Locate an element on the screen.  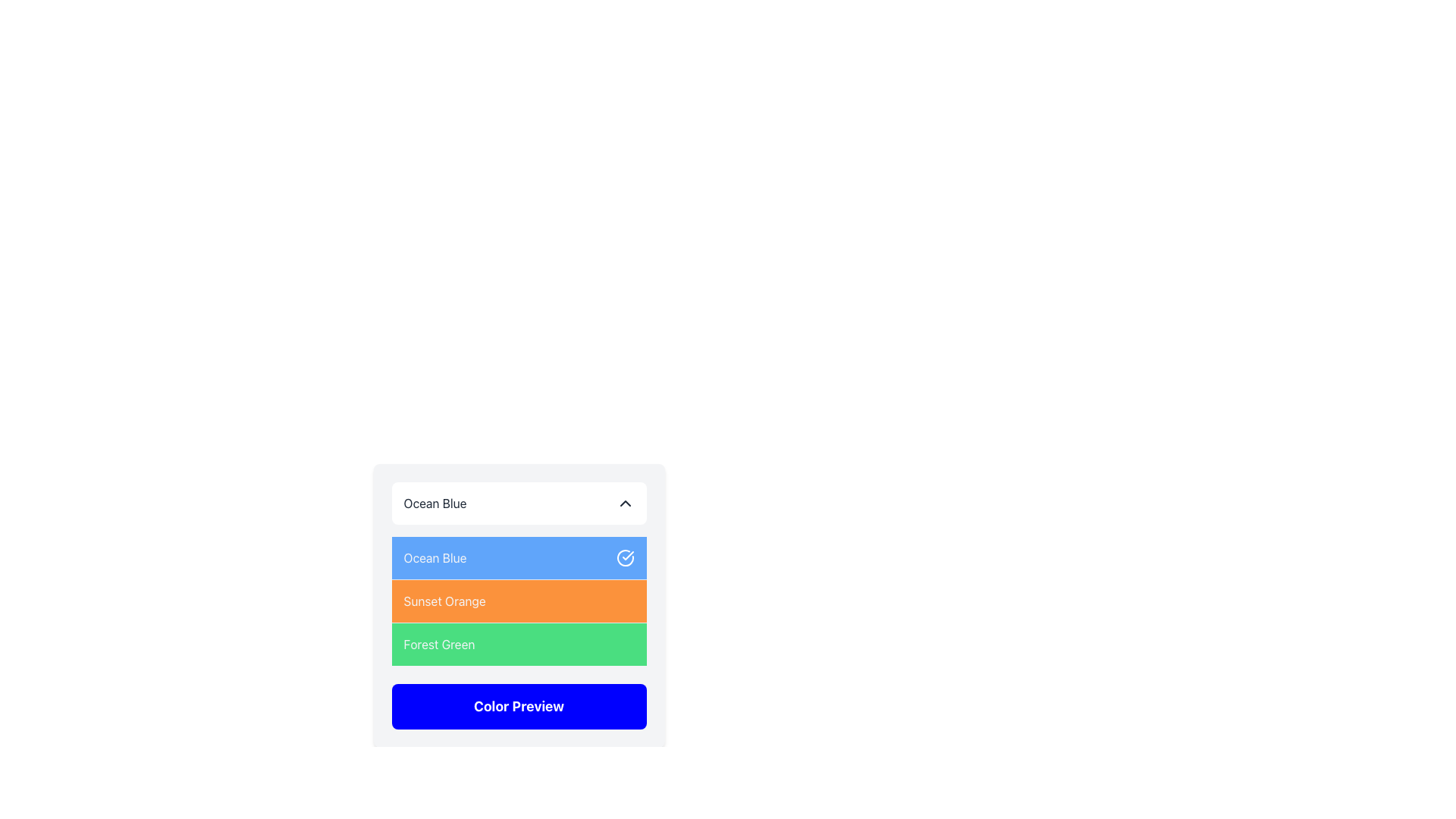
the first selectable option labeled 'Ocean Blue' within the vertical menu to observe the hover effect is located at coordinates (519, 558).